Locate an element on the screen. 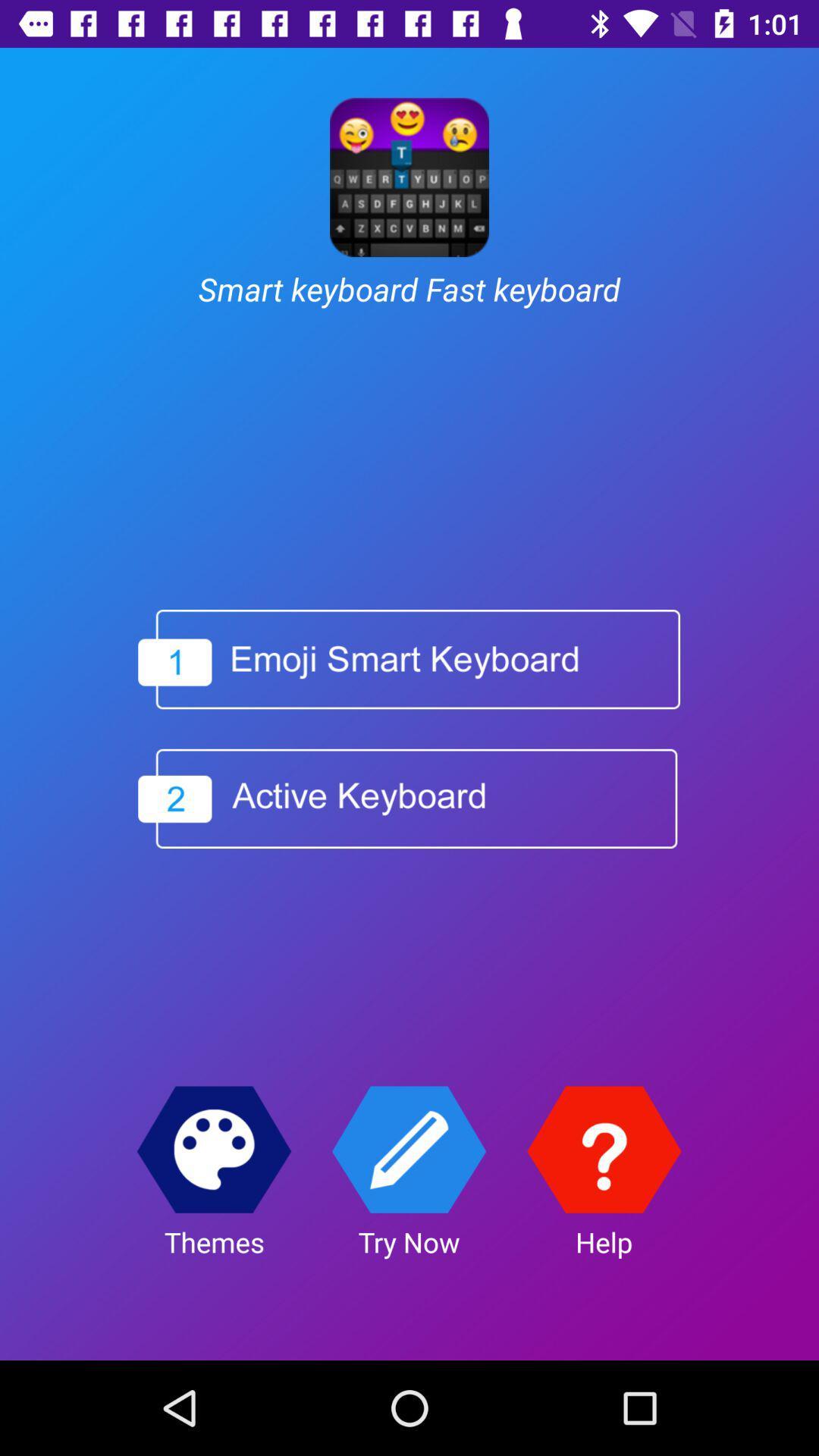  the app above the help item is located at coordinates (603, 1150).